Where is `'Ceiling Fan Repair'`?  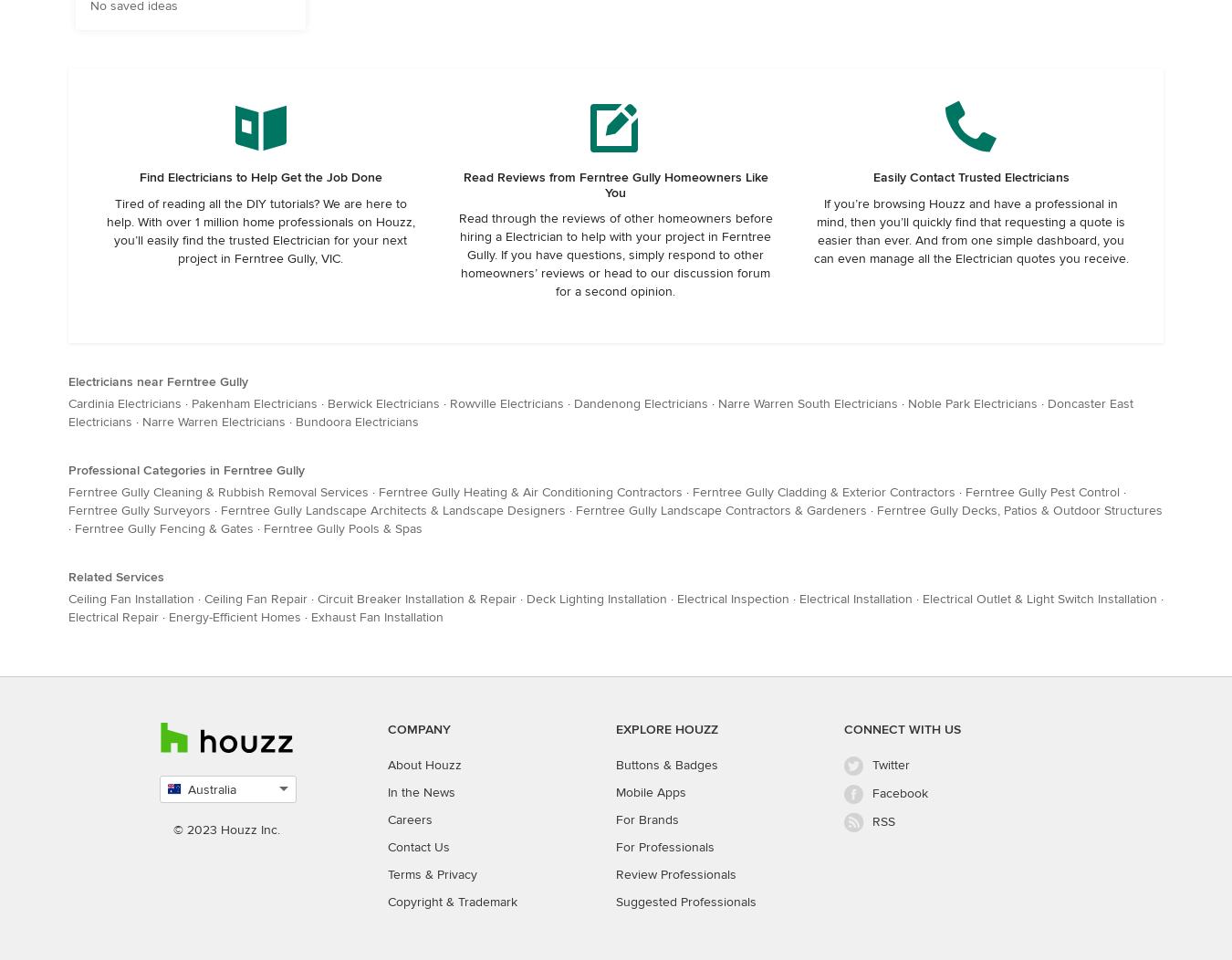
'Ceiling Fan Repair' is located at coordinates (204, 598).